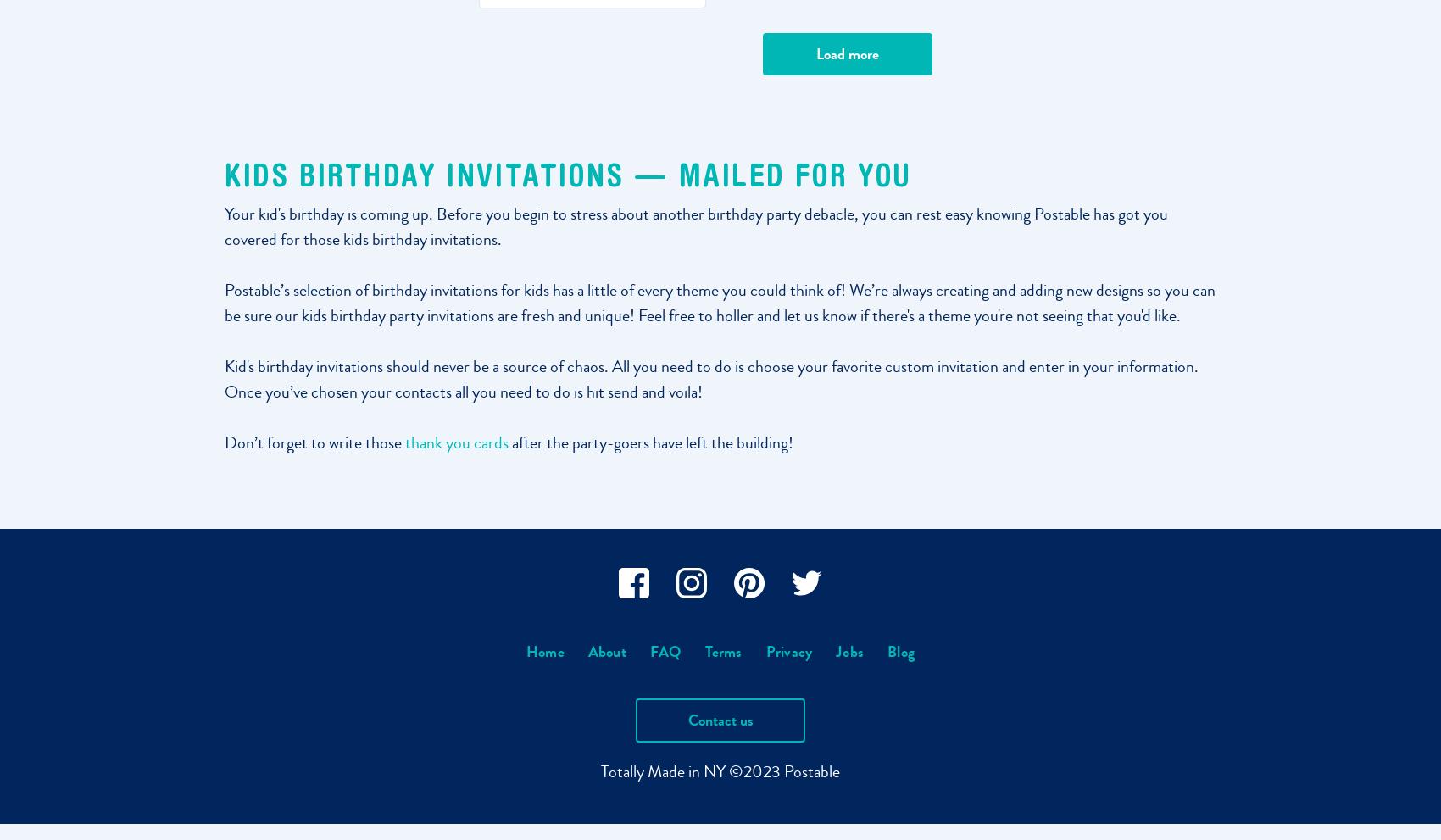 Image resolution: width=1441 pixels, height=840 pixels. What do you see at coordinates (848, 652) in the screenshot?
I see `'Jobs'` at bounding box center [848, 652].